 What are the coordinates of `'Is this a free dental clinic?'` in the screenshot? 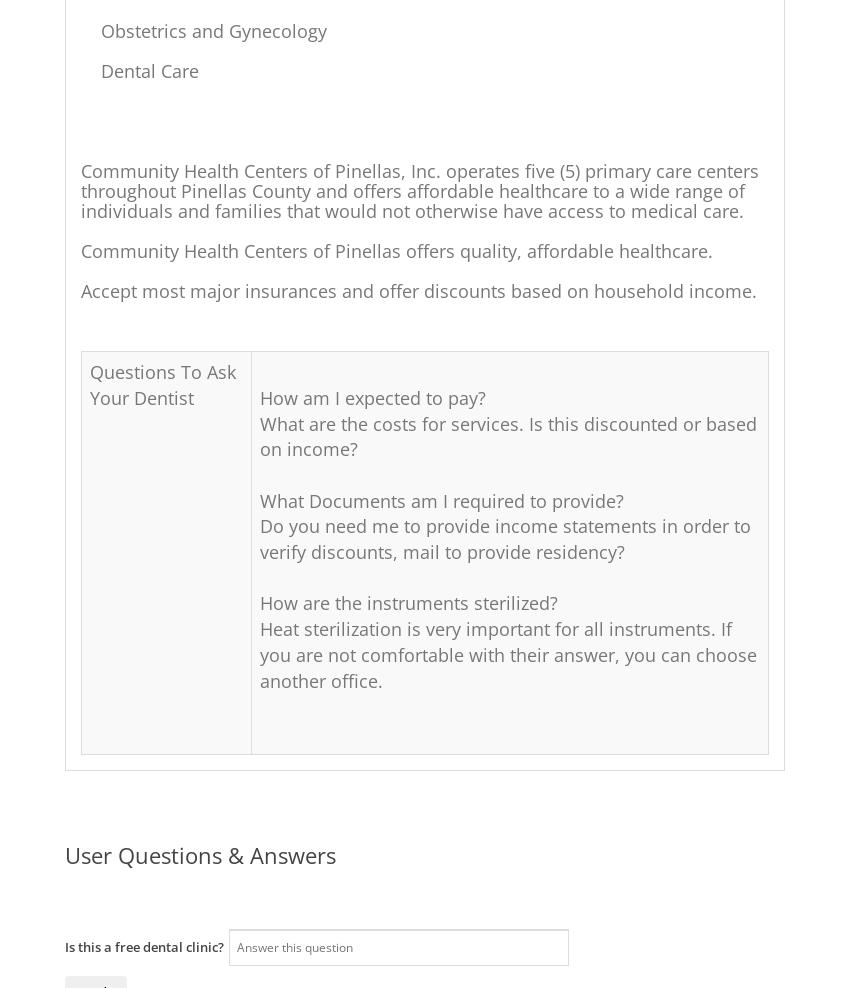 It's located at (144, 946).